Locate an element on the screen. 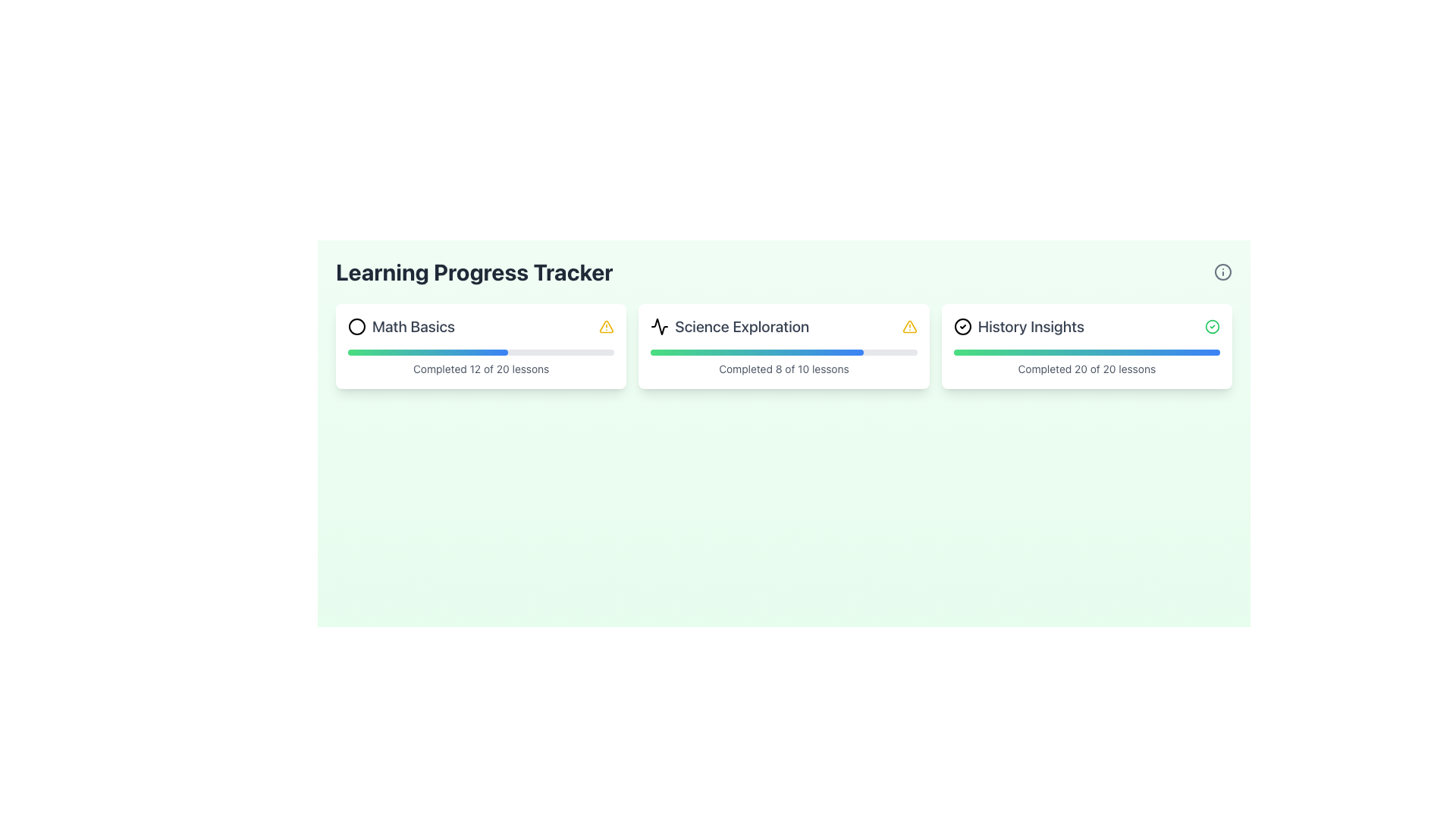  the horizontal progress bar with a gradient fill in the 'Math Basics' card, located below the title 'Math Basics' and above the completion status text is located at coordinates (427, 353).